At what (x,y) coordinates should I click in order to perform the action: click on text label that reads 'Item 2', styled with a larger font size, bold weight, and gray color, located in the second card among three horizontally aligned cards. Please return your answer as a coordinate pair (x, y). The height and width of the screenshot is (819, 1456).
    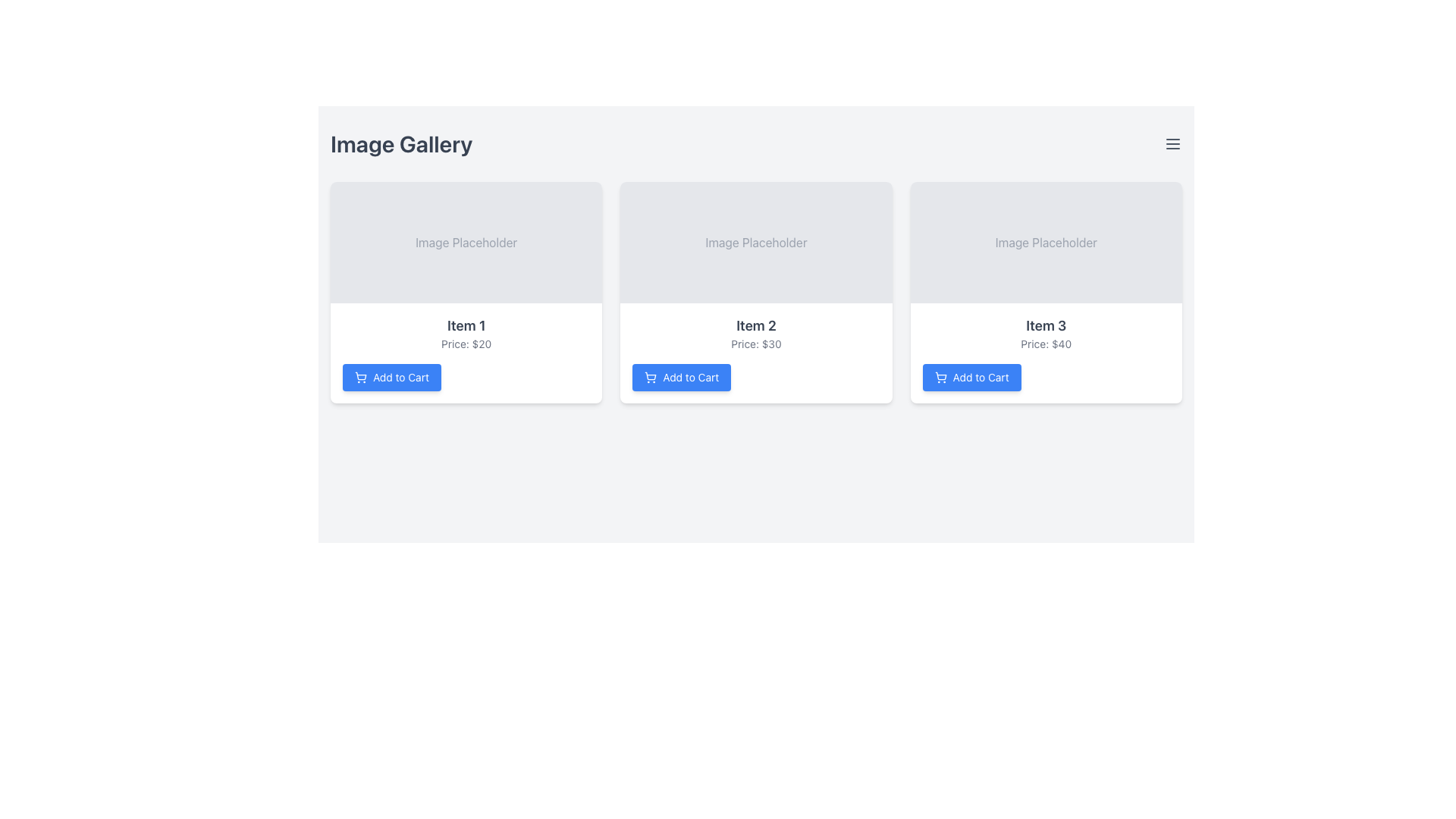
    Looking at the image, I should click on (756, 325).